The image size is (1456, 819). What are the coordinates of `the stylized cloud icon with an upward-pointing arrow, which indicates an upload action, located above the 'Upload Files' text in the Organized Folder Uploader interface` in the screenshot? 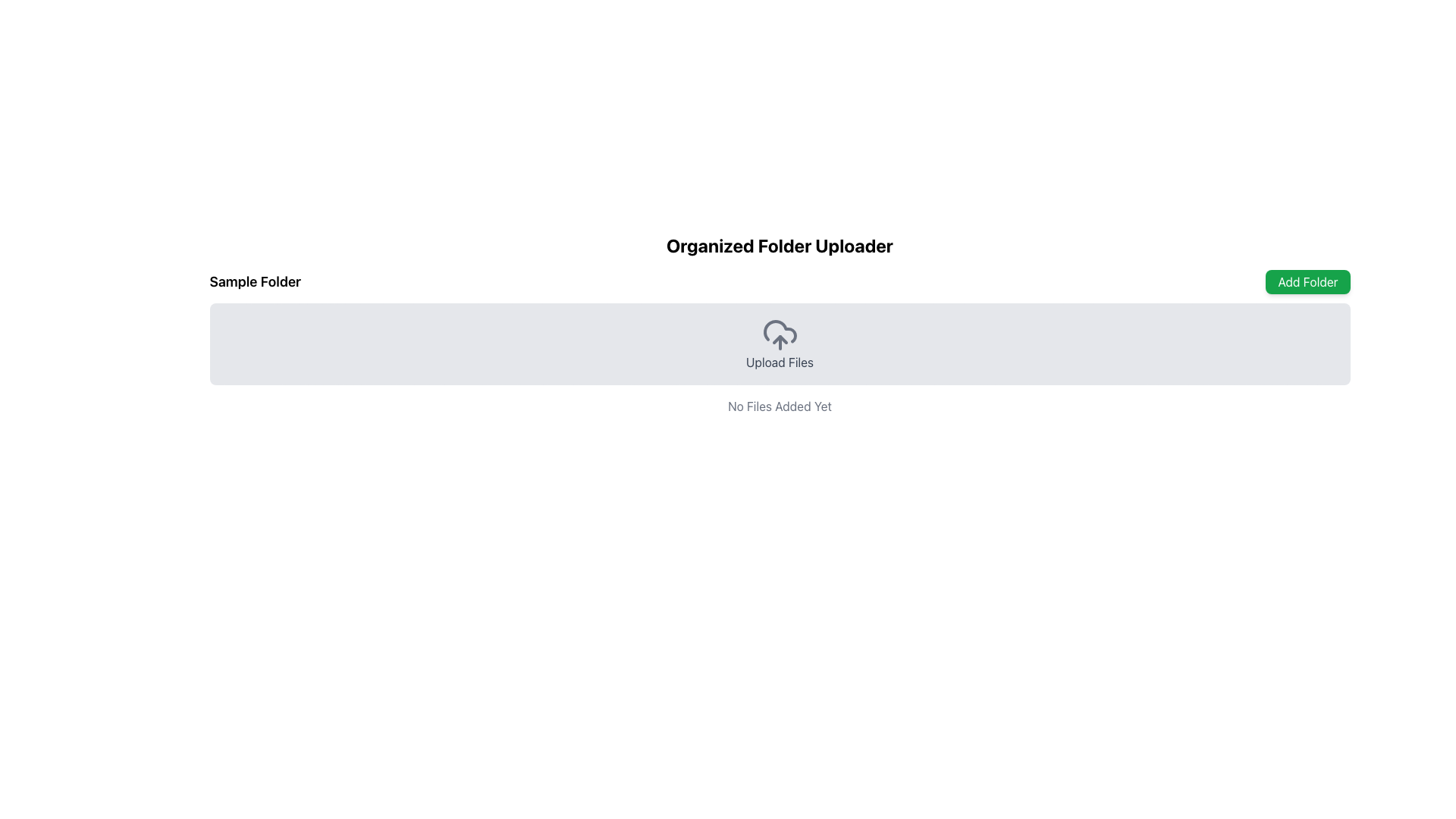 It's located at (780, 334).